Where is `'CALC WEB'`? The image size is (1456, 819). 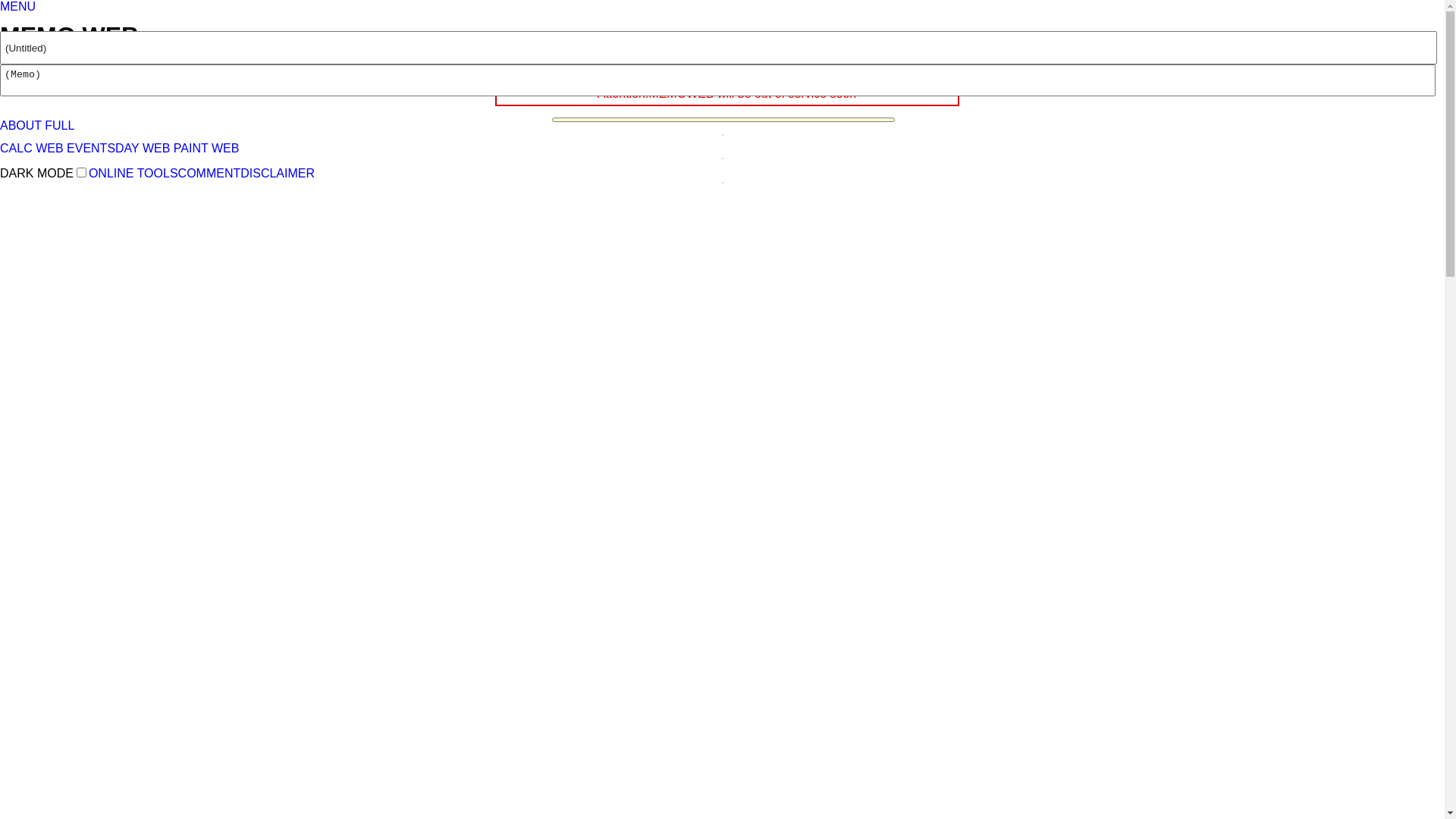 'CALC WEB' is located at coordinates (32, 148).